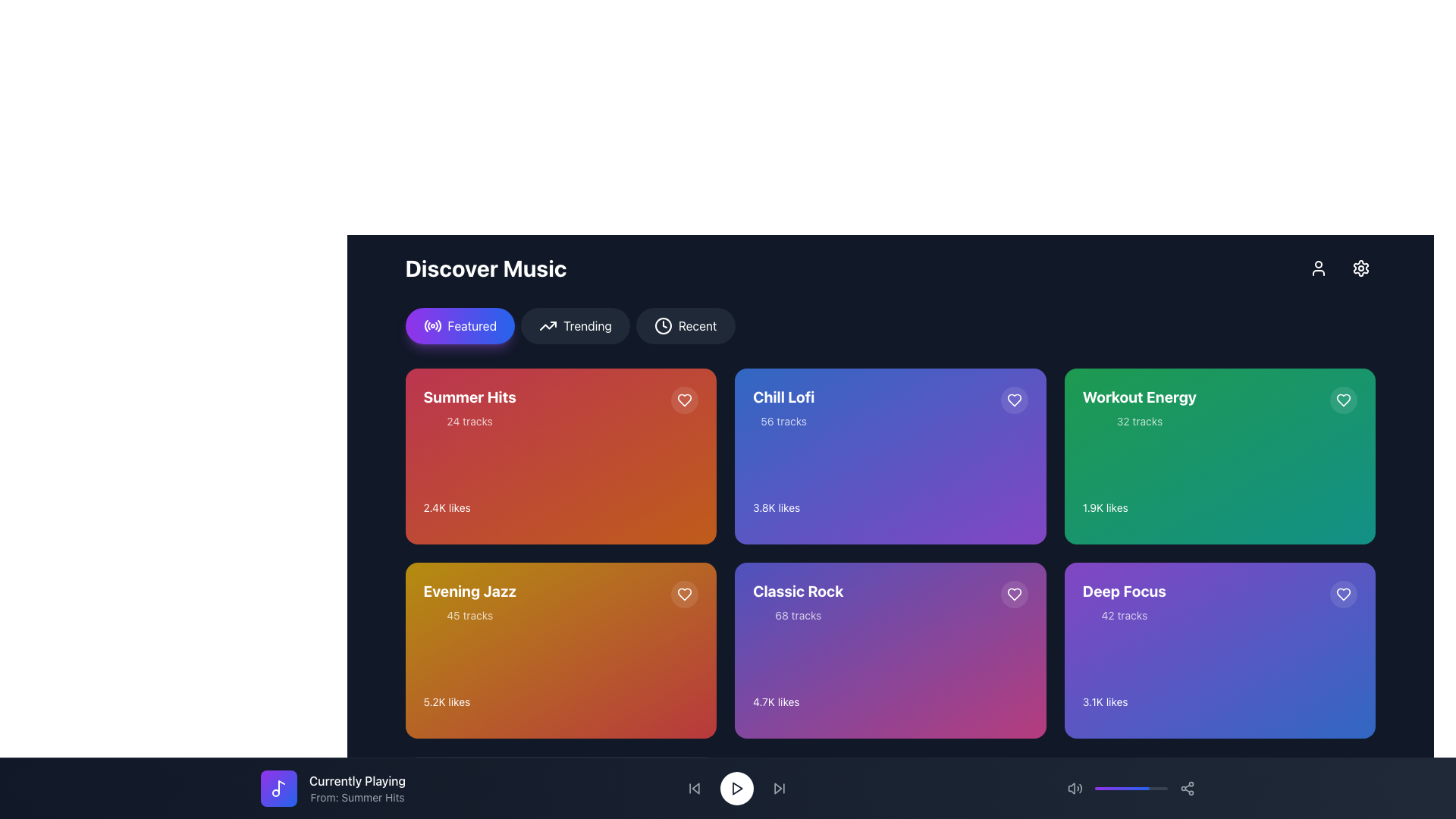  What do you see at coordinates (736, 788) in the screenshot?
I see `the play icon located at the bottom-center of the interface` at bounding box center [736, 788].